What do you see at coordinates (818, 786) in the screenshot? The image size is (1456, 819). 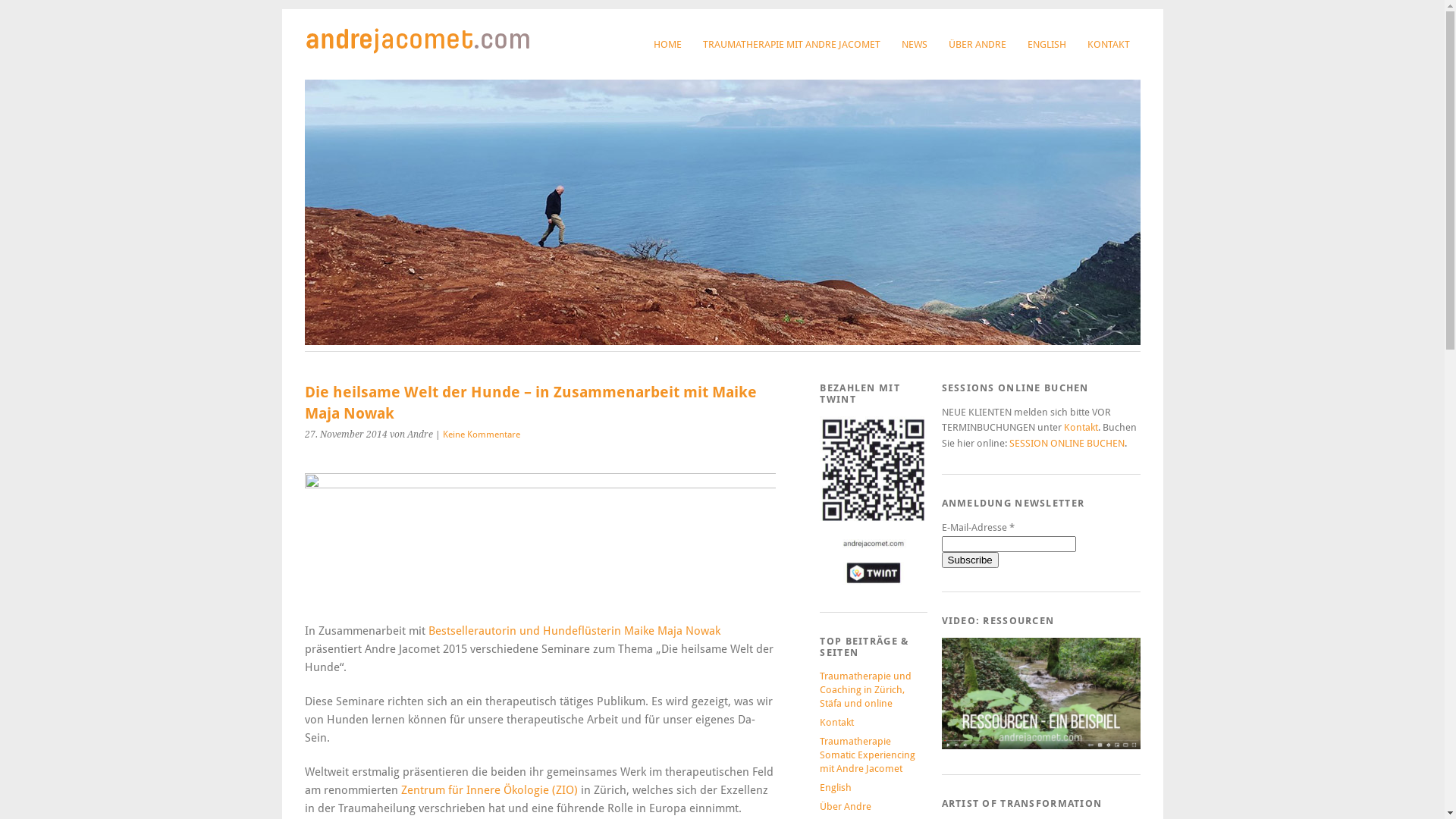 I see `'English'` at bounding box center [818, 786].